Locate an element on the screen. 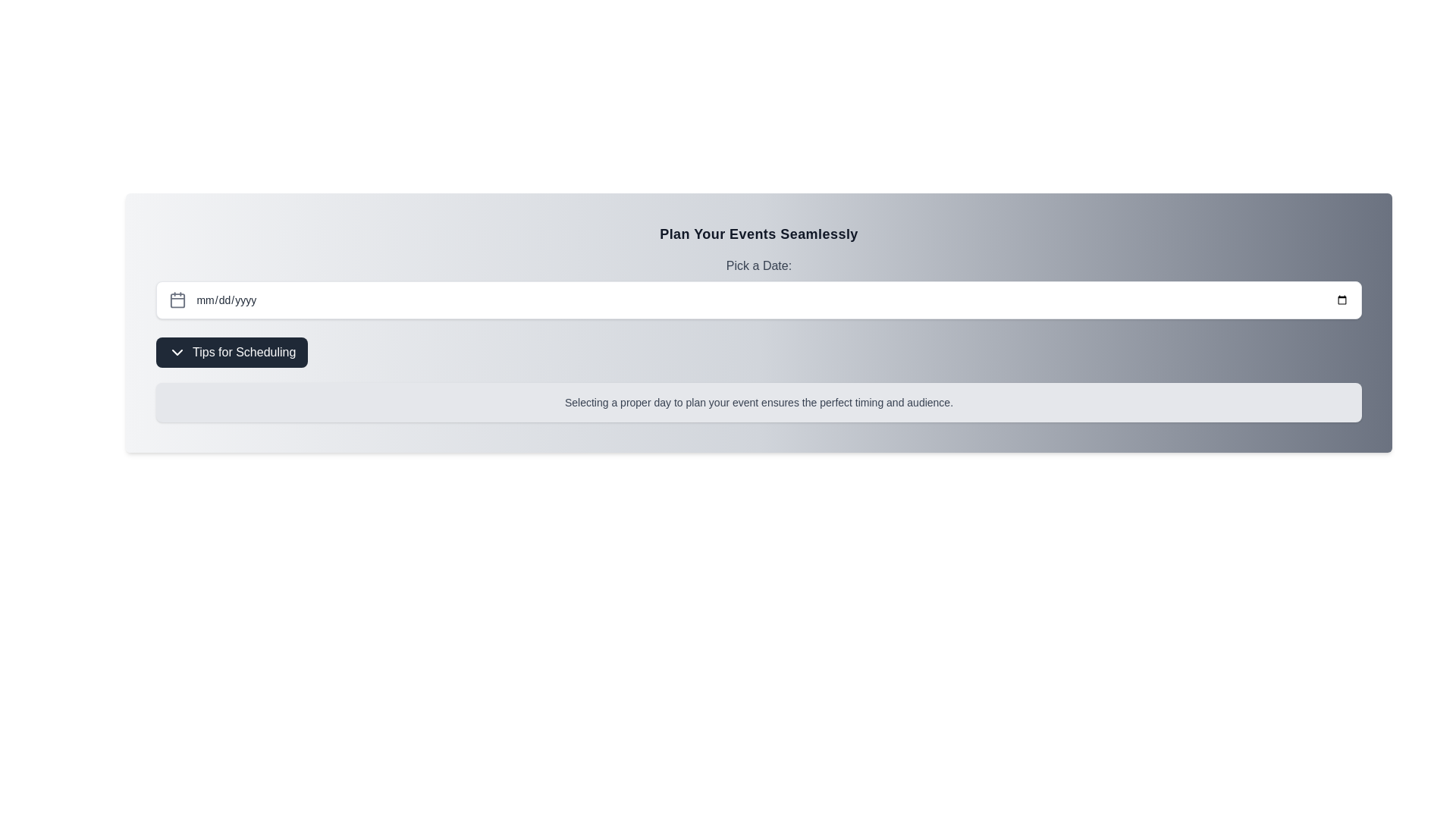 This screenshot has height=819, width=1456. the button with a dark gray background and white text that reads 'Tips for Scheduling', located below the 'Pick a Date:' section is located at coordinates (231, 353).